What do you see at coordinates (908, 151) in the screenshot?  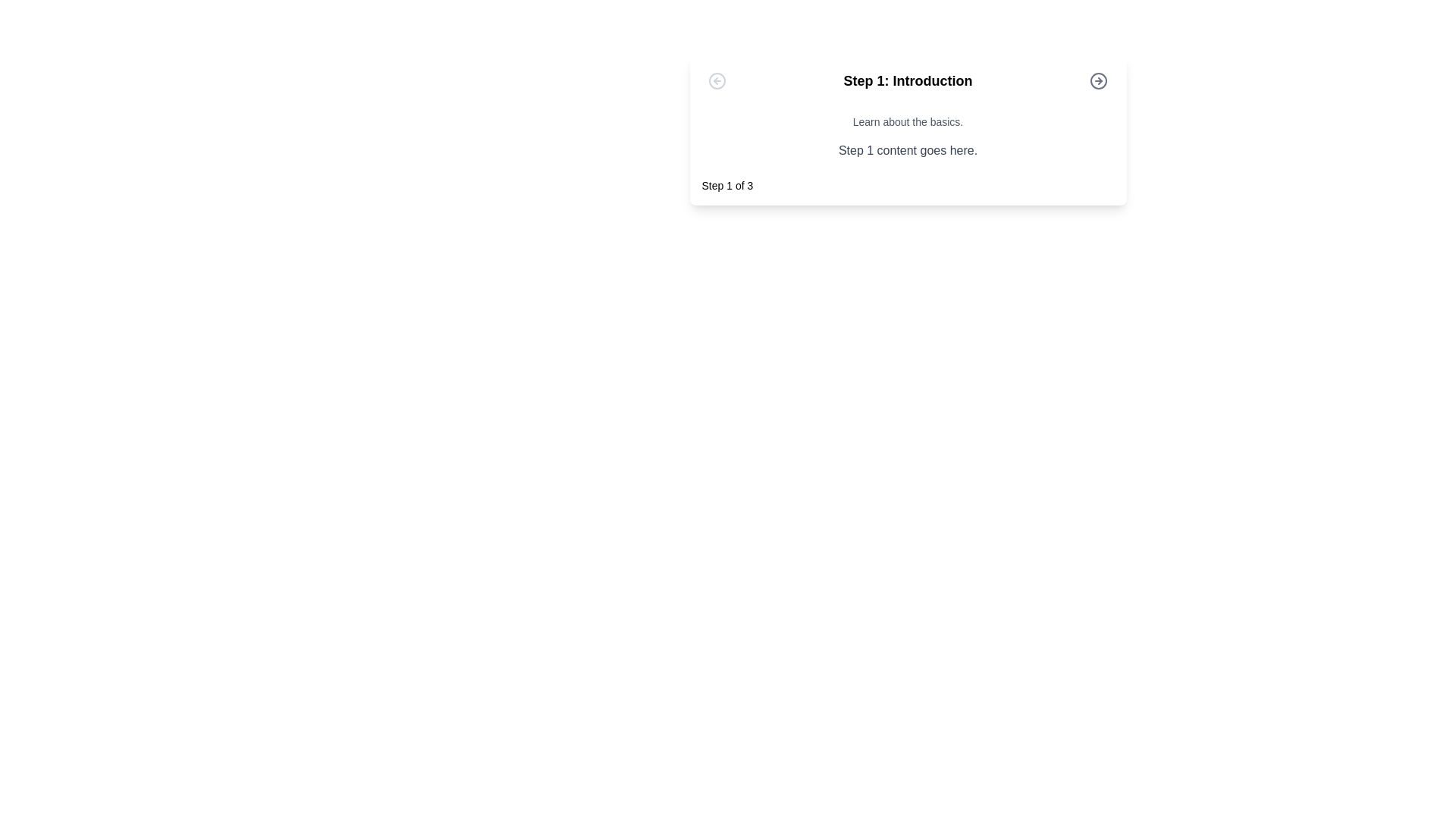 I see `the text block containing 'Step 1 content goes here.' which is styled in gray and positioned below 'Learn about the basics.'` at bounding box center [908, 151].